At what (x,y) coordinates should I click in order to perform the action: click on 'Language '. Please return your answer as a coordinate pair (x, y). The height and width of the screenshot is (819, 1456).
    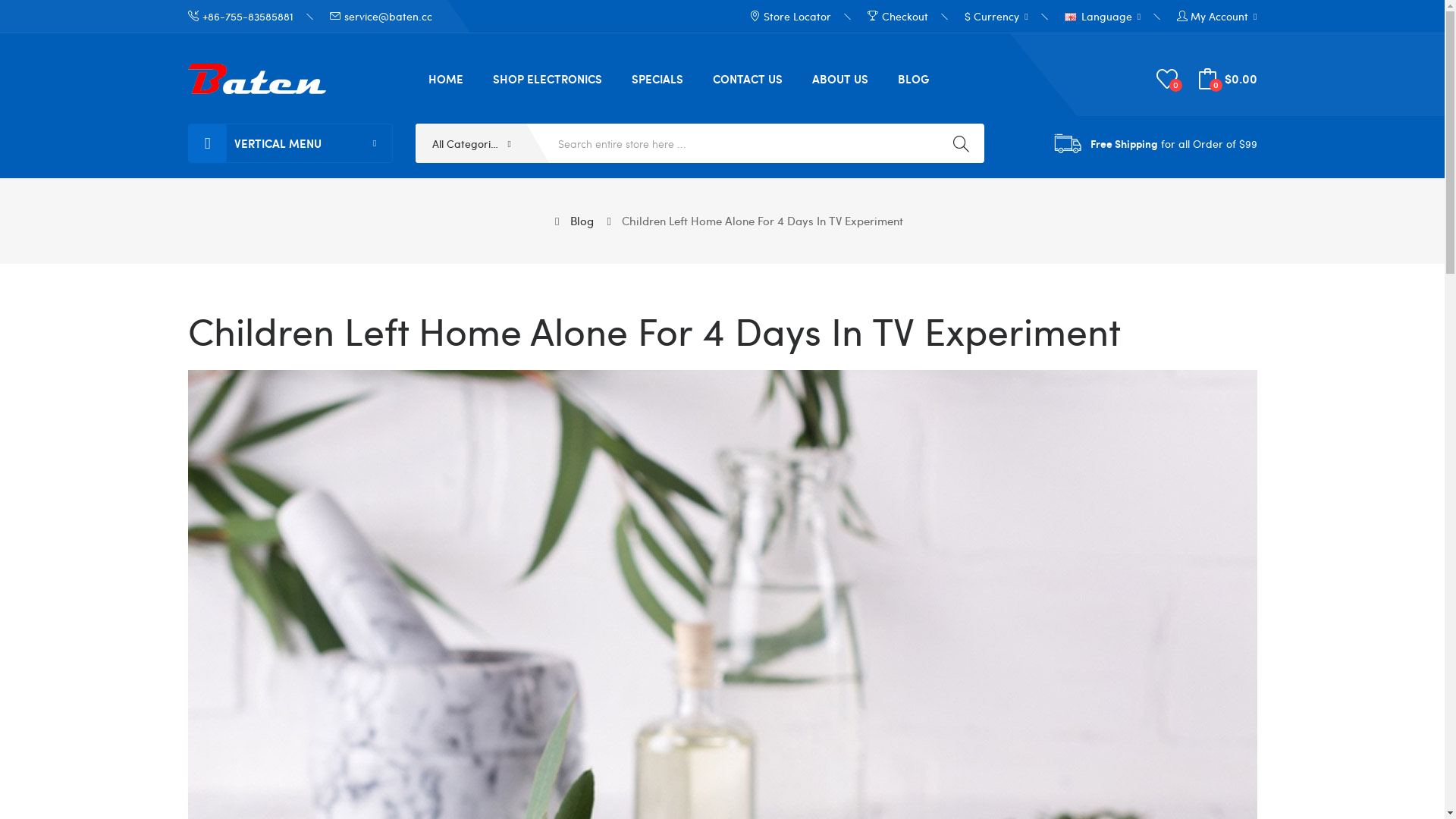
    Looking at the image, I should click on (1063, 16).